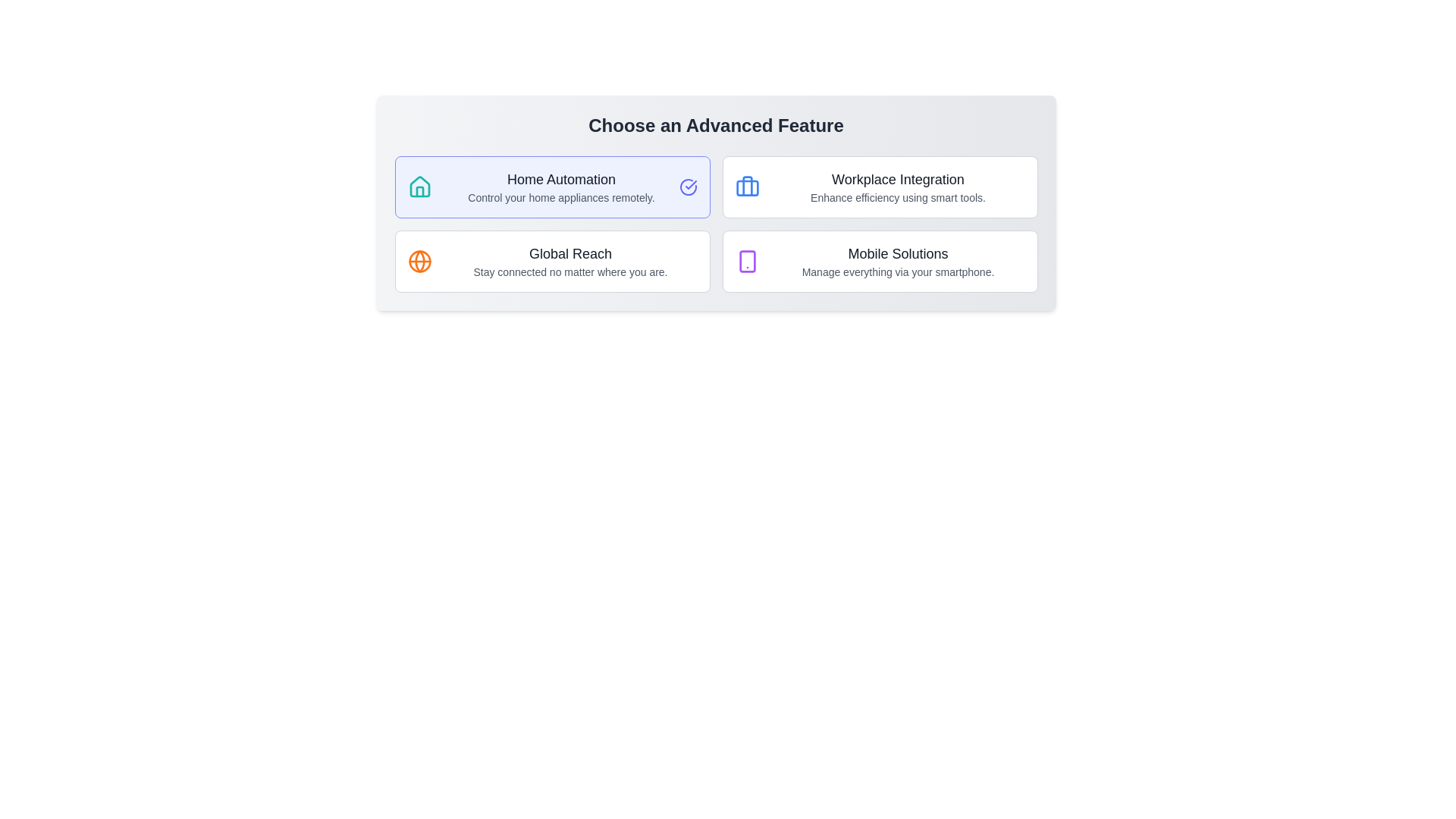 The height and width of the screenshot is (819, 1456). What do you see at coordinates (898, 271) in the screenshot?
I see `text label that states 'Manage everything via your smartphone.' located below the title 'Mobile Solutions' in the bottom-right cell of the interface` at bounding box center [898, 271].